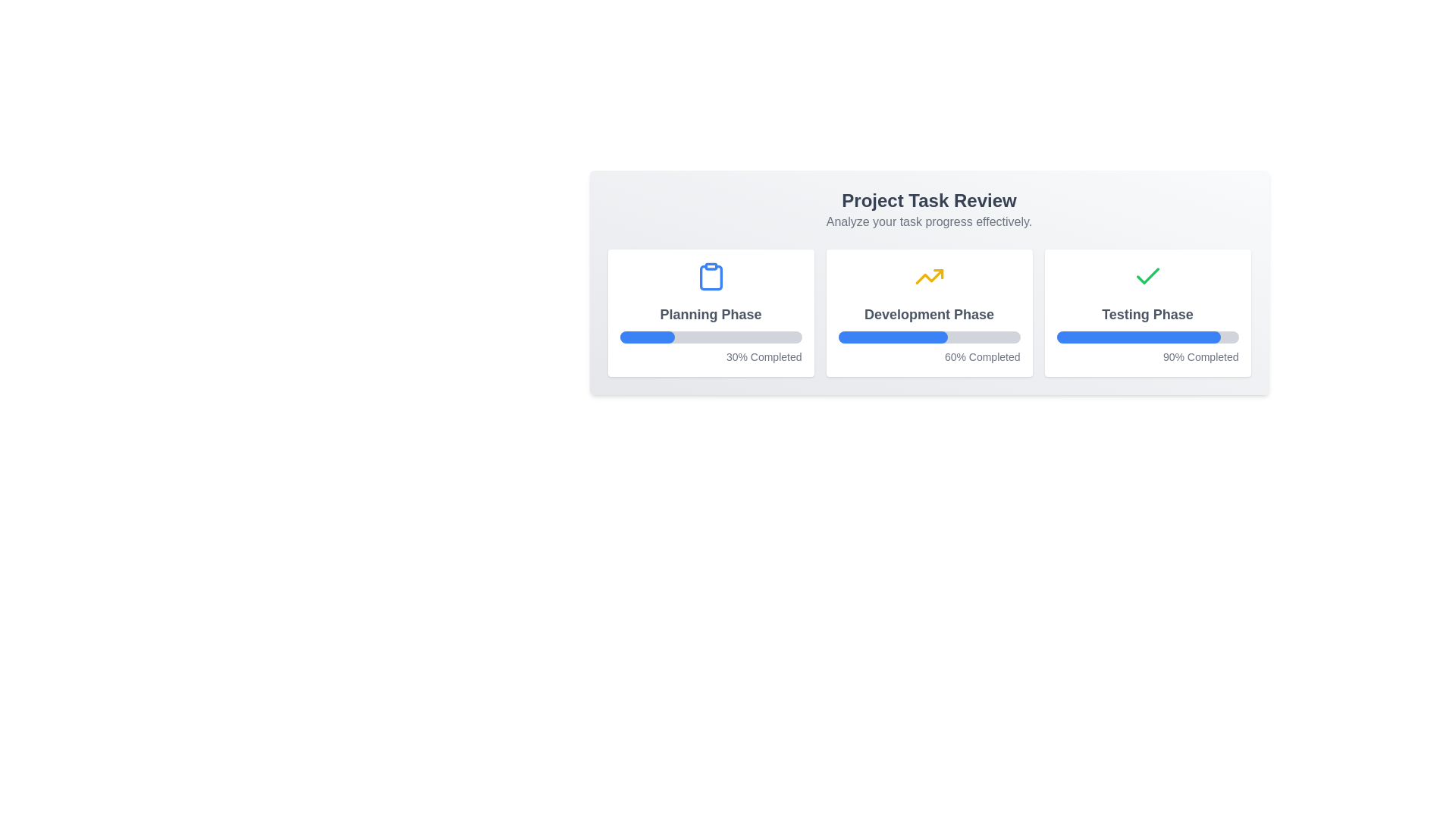 This screenshot has width=1456, height=819. What do you see at coordinates (928, 222) in the screenshot?
I see `the descriptive tagline text element located beneath the header 'Project Task Review', which provides supporting information about the section` at bounding box center [928, 222].